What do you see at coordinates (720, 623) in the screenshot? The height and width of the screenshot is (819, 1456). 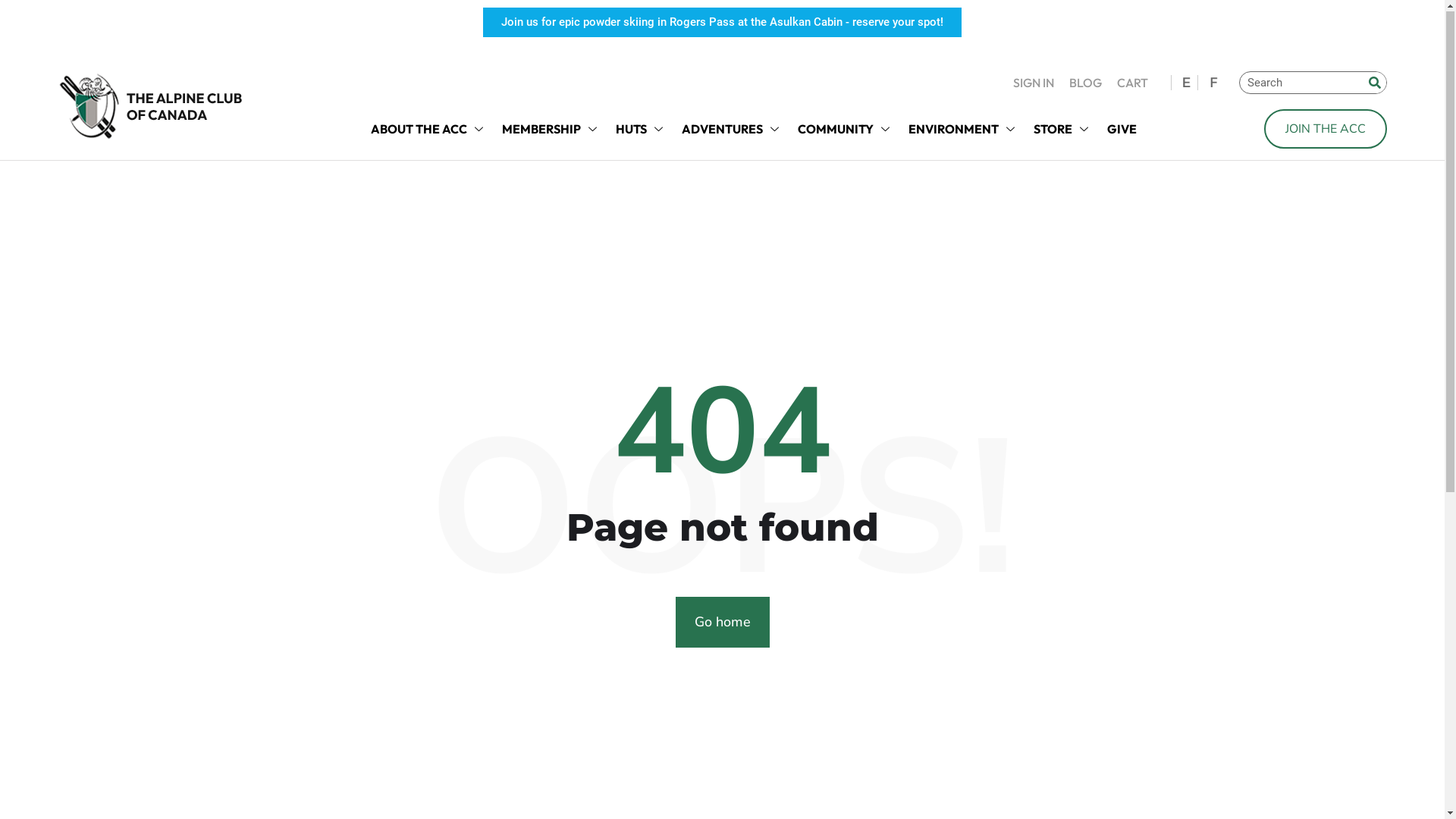 I see `'Go home'` at bounding box center [720, 623].